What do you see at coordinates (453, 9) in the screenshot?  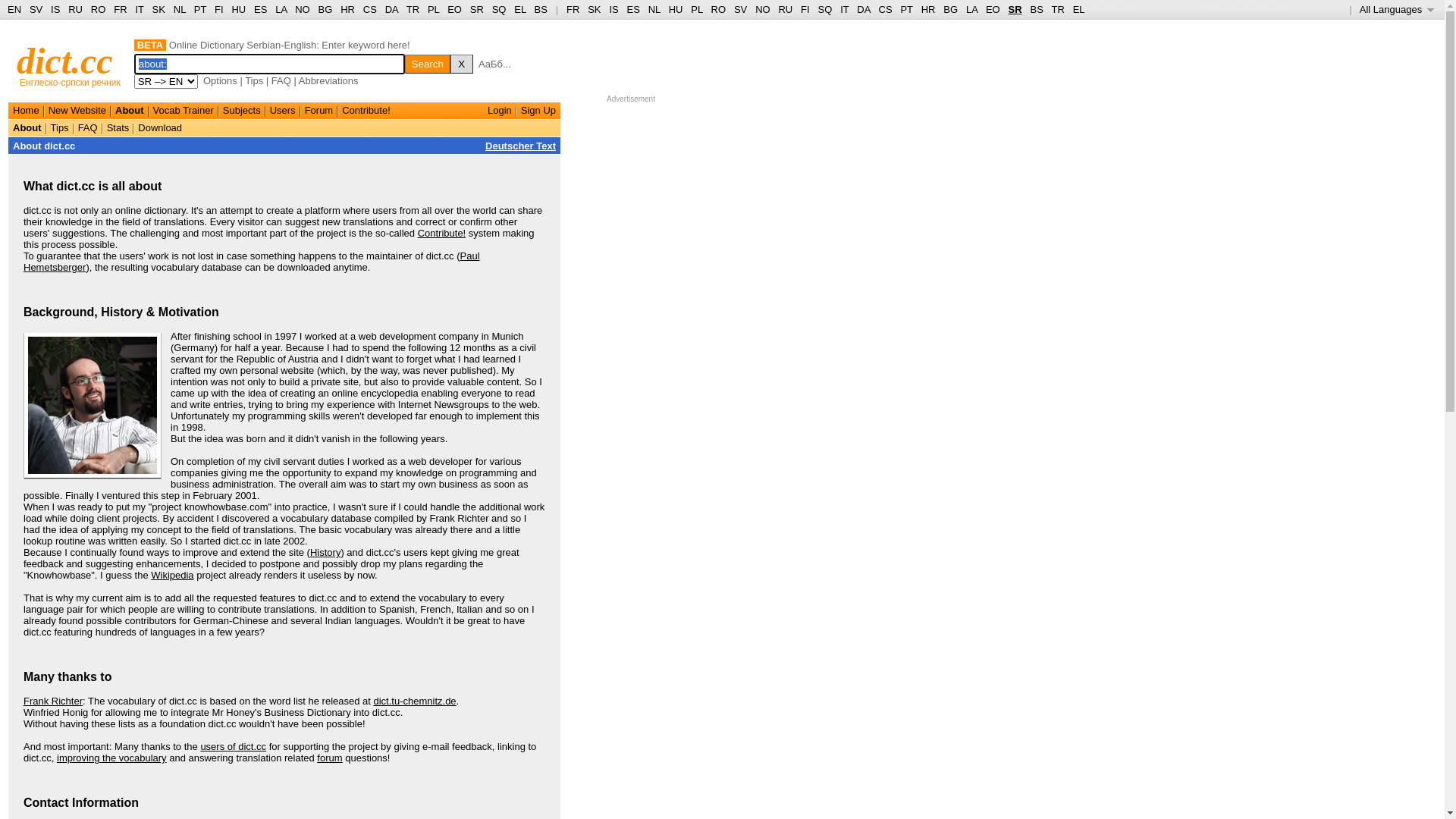 I see `'EO'` at bounding box center [453, 9].